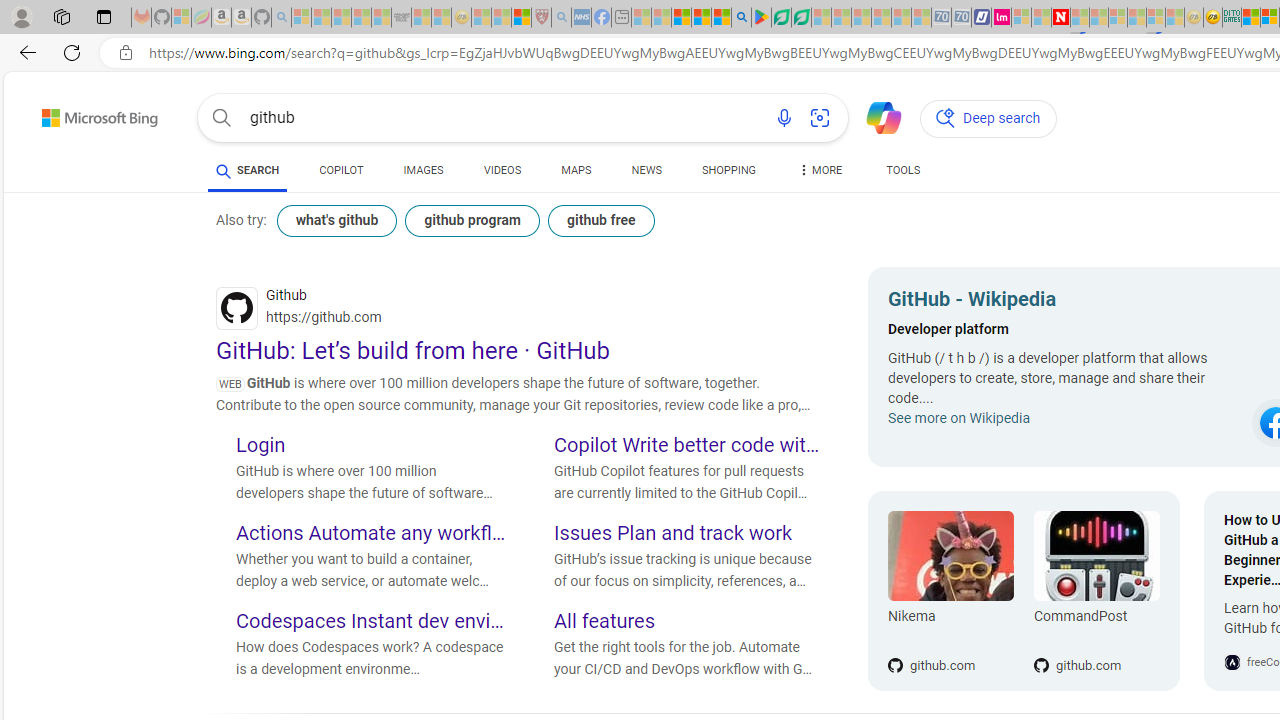  What do you see at coordinates (1085, 590) in the screenshot?
I see `'CommandPost CommandPost github.com'` at bounding box center [1085, 590].